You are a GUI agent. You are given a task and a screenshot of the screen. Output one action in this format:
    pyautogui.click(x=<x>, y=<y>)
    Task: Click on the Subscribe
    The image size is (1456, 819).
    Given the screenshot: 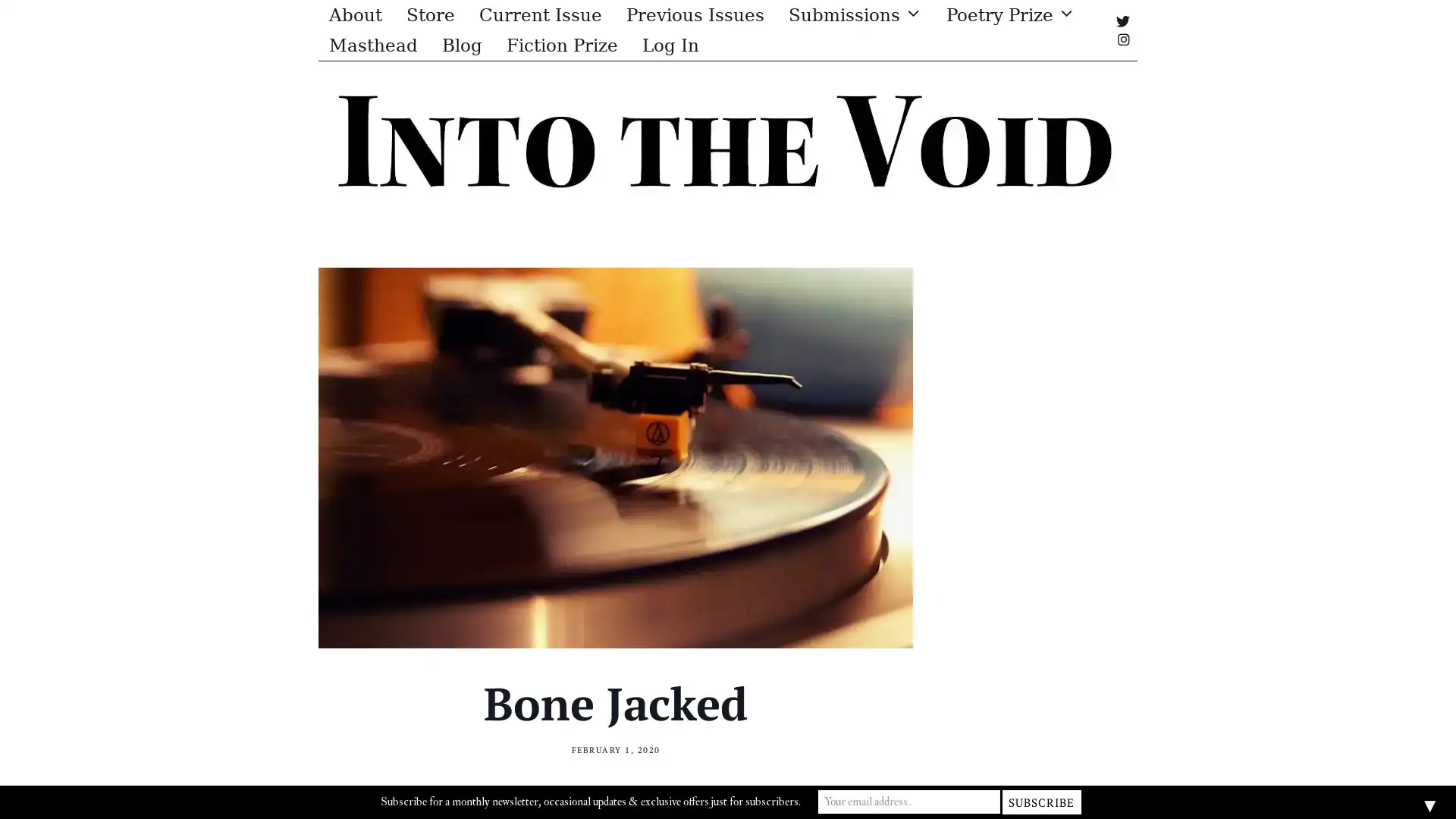 What is the action you would take?
    pyautogui.click(x=1040, y=800)
    